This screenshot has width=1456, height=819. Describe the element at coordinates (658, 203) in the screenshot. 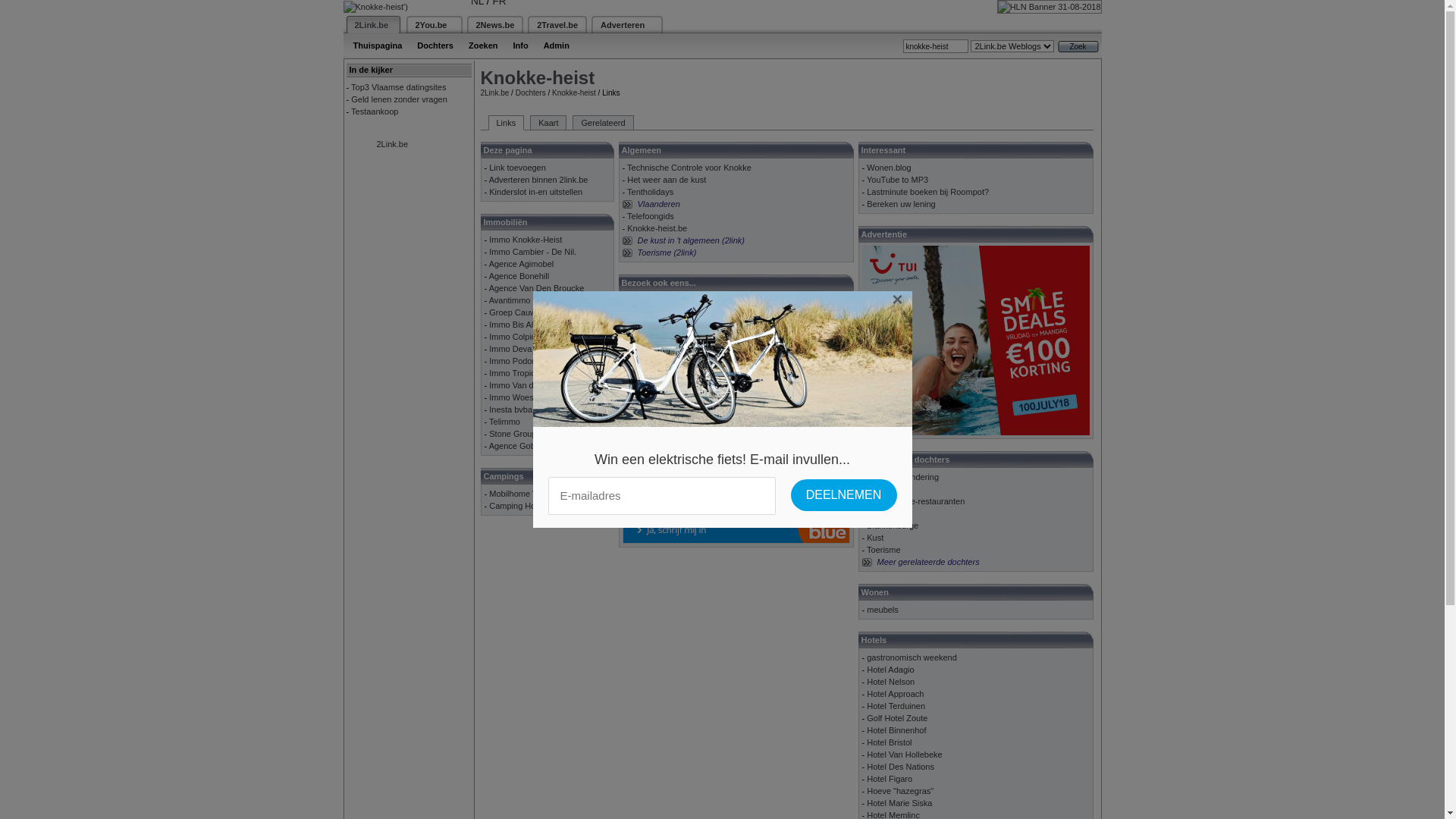

I see `'Vlaanderen'` at that location.